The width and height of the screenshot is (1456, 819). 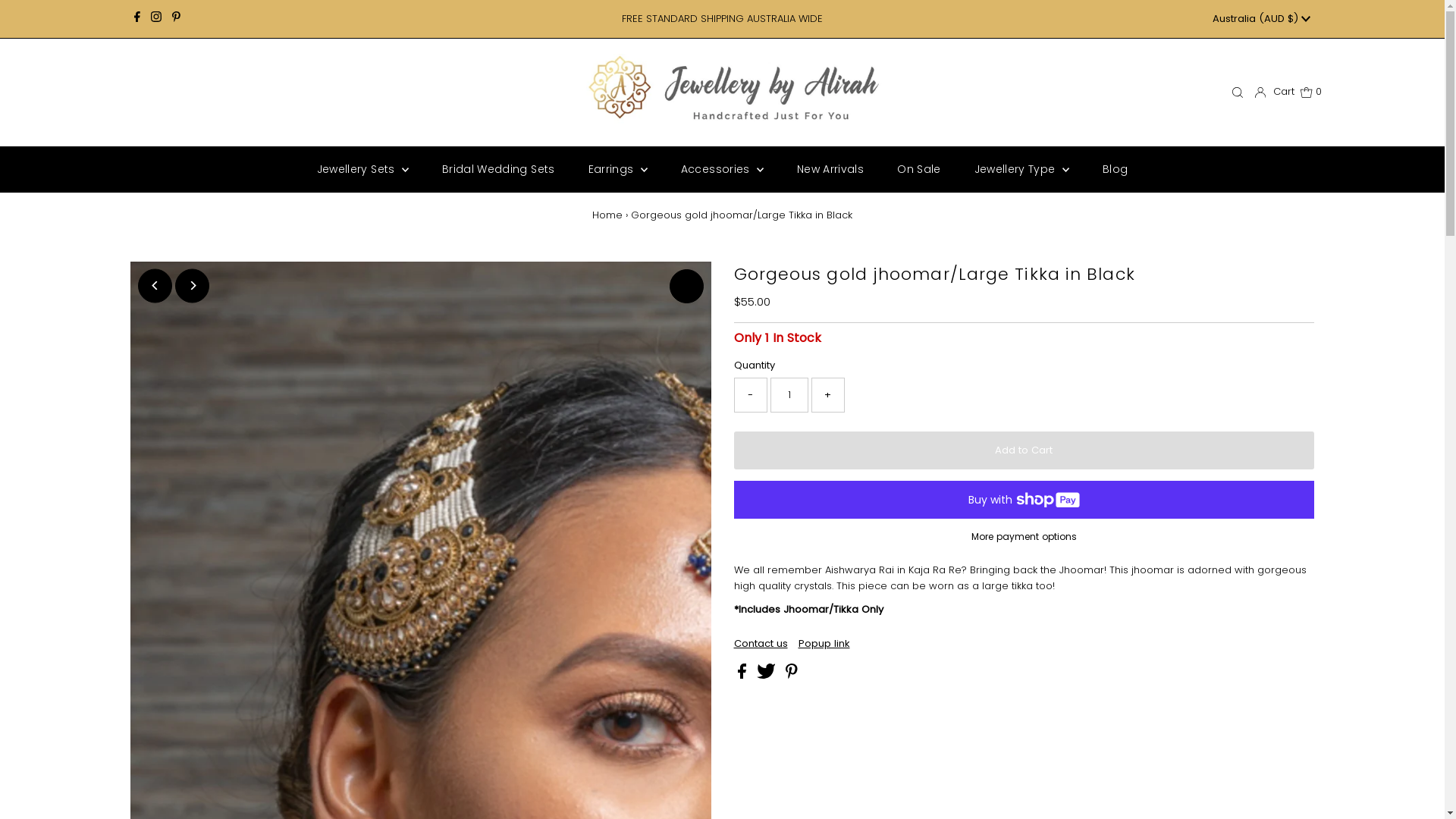 What do you see at coordinates (918, 169) in the screenshot?
I see `'On Sale'` at bounding box center [918, 169].